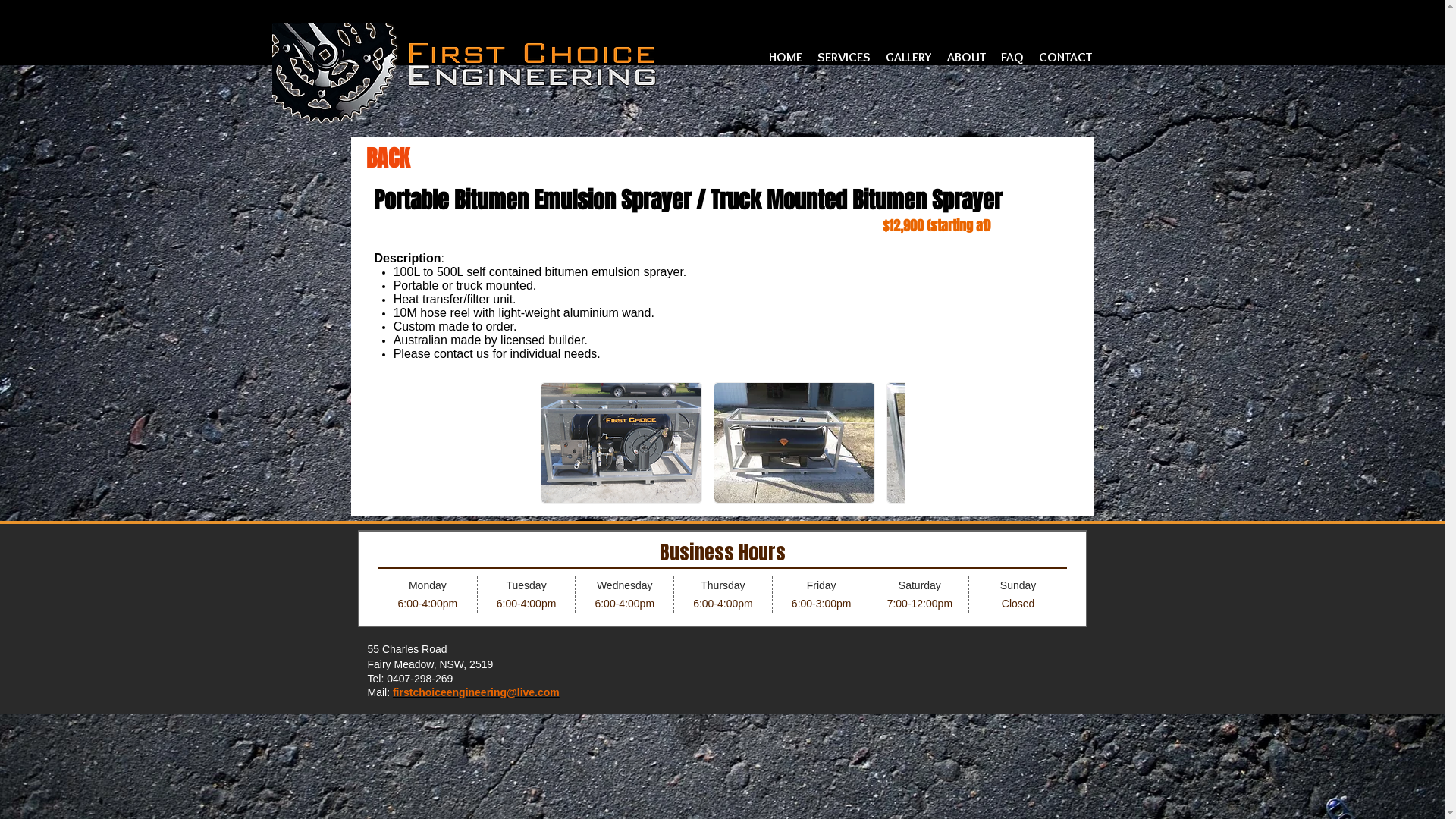  Describe the element at coordinates (965, 55) in the screenshot. I see `'ABOUT'` at that location.